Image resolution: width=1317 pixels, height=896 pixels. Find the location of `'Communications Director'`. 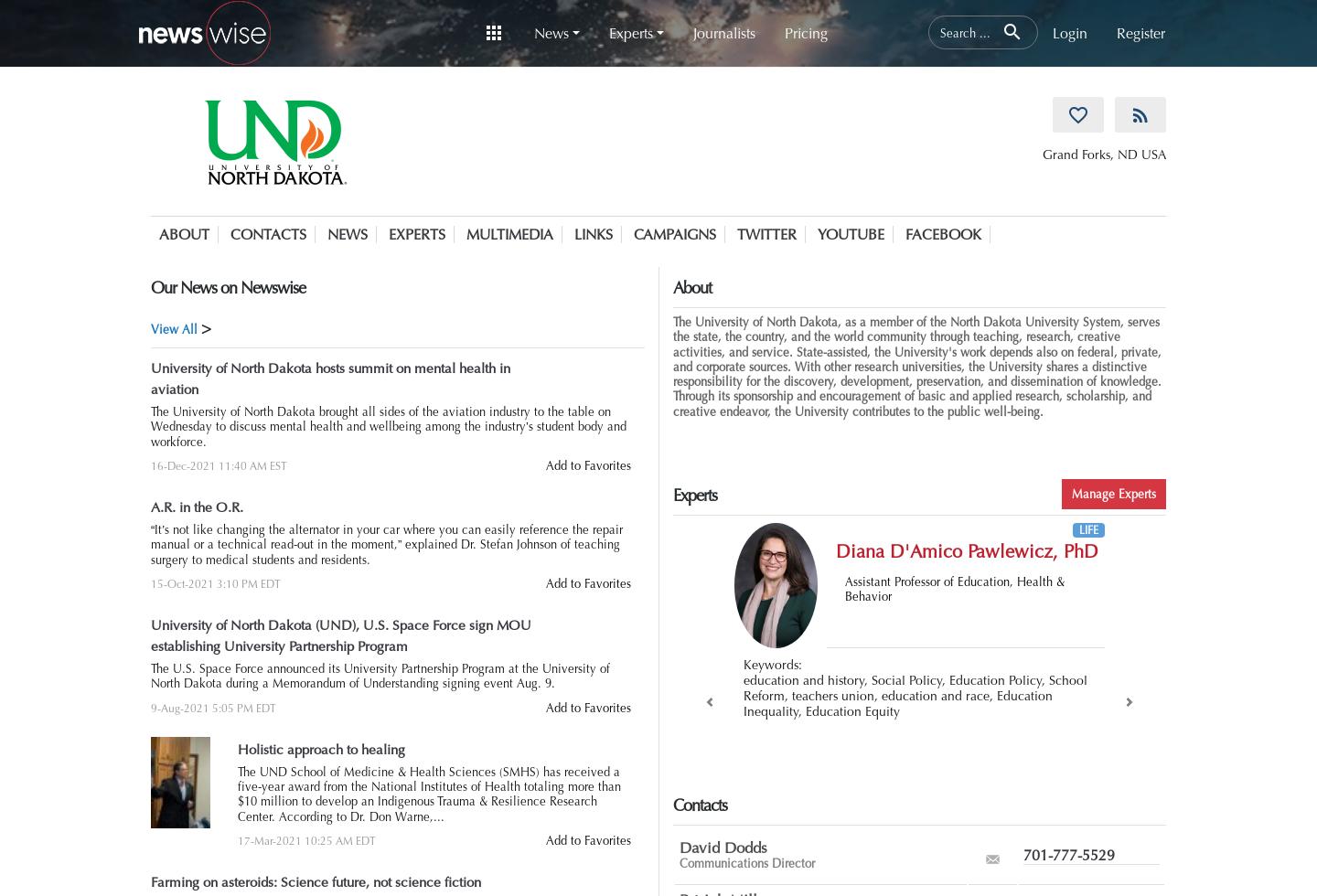

'Communications Director' is located at coordinates (747, 864).